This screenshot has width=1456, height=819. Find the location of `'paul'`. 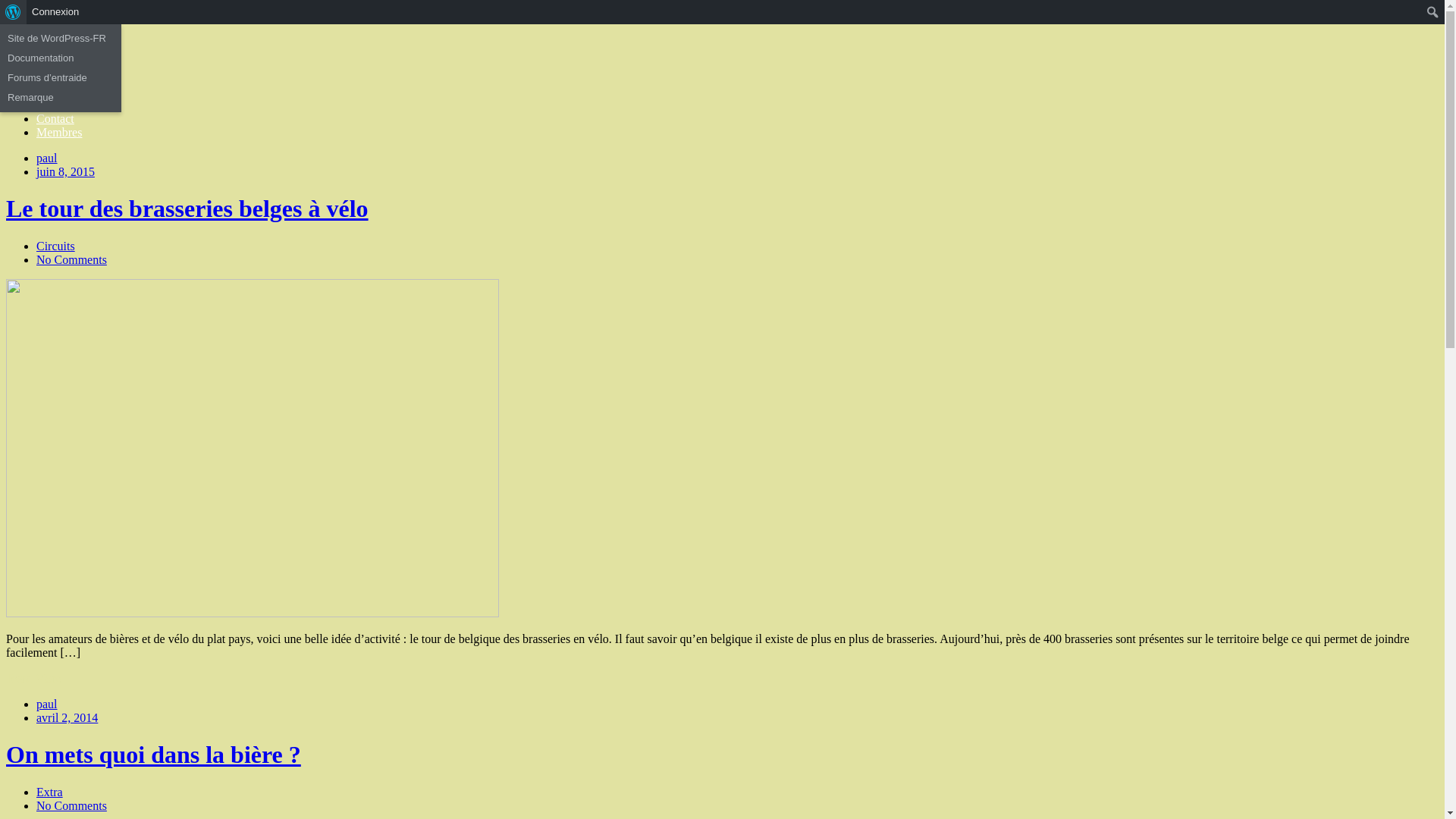

'paul' is located at coordinates (36, 158).